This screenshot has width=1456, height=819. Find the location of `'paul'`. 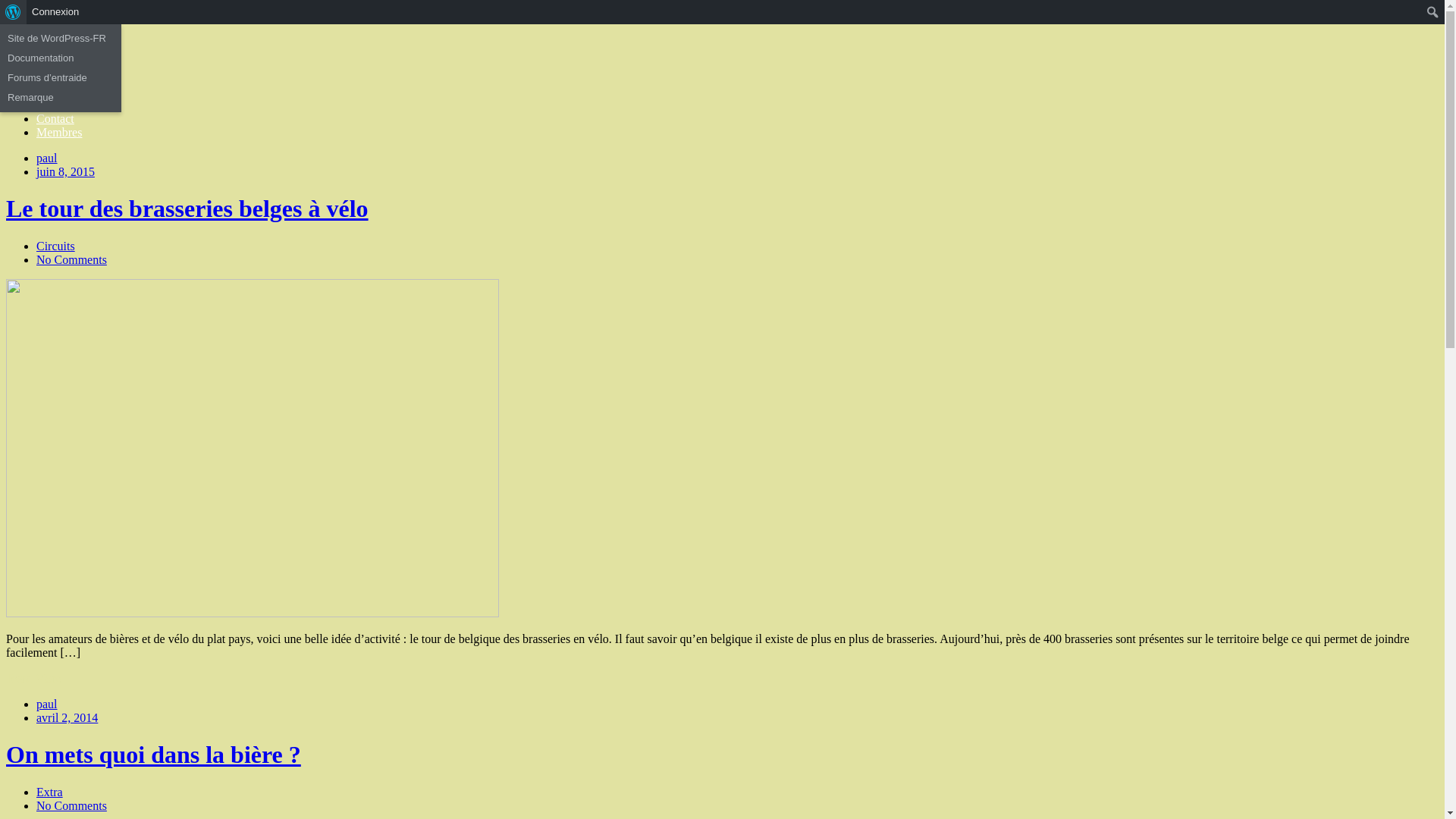

'paul' is located at coordinates (36, 158).